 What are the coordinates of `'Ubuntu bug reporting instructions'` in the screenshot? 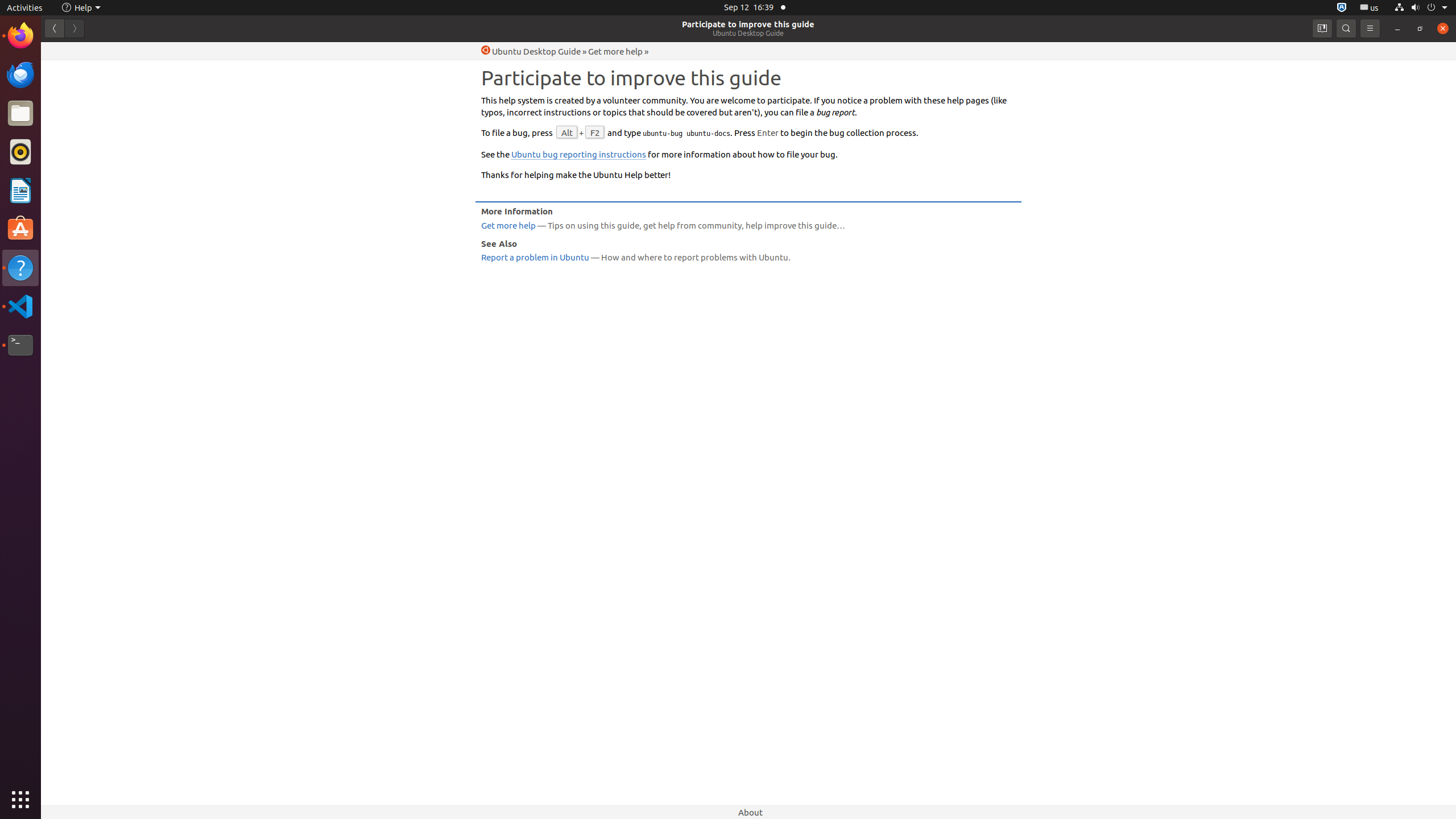 It's located at (578, 154).